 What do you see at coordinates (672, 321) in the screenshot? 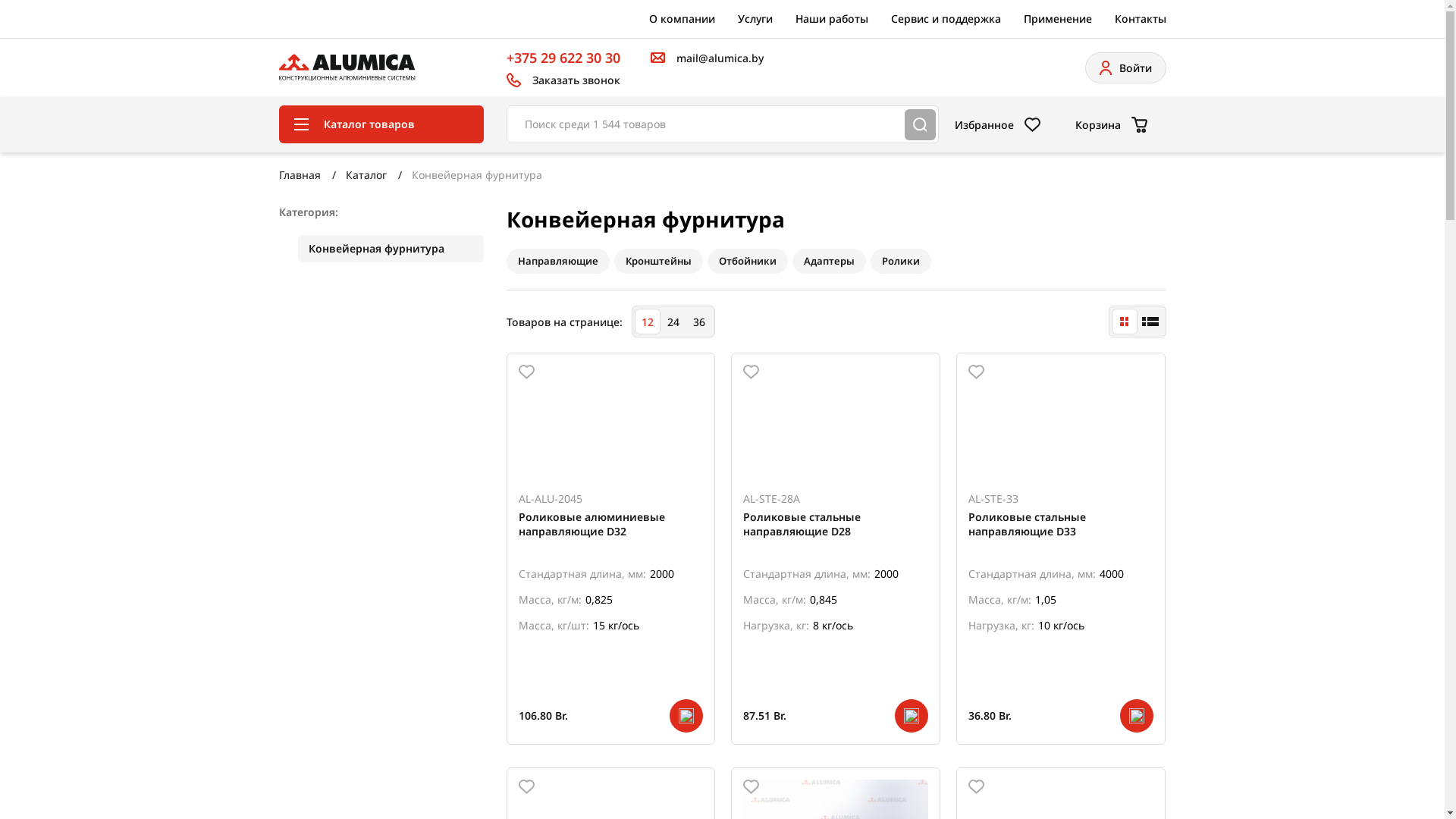
I see `'24'` at bounding box center [672, 321].